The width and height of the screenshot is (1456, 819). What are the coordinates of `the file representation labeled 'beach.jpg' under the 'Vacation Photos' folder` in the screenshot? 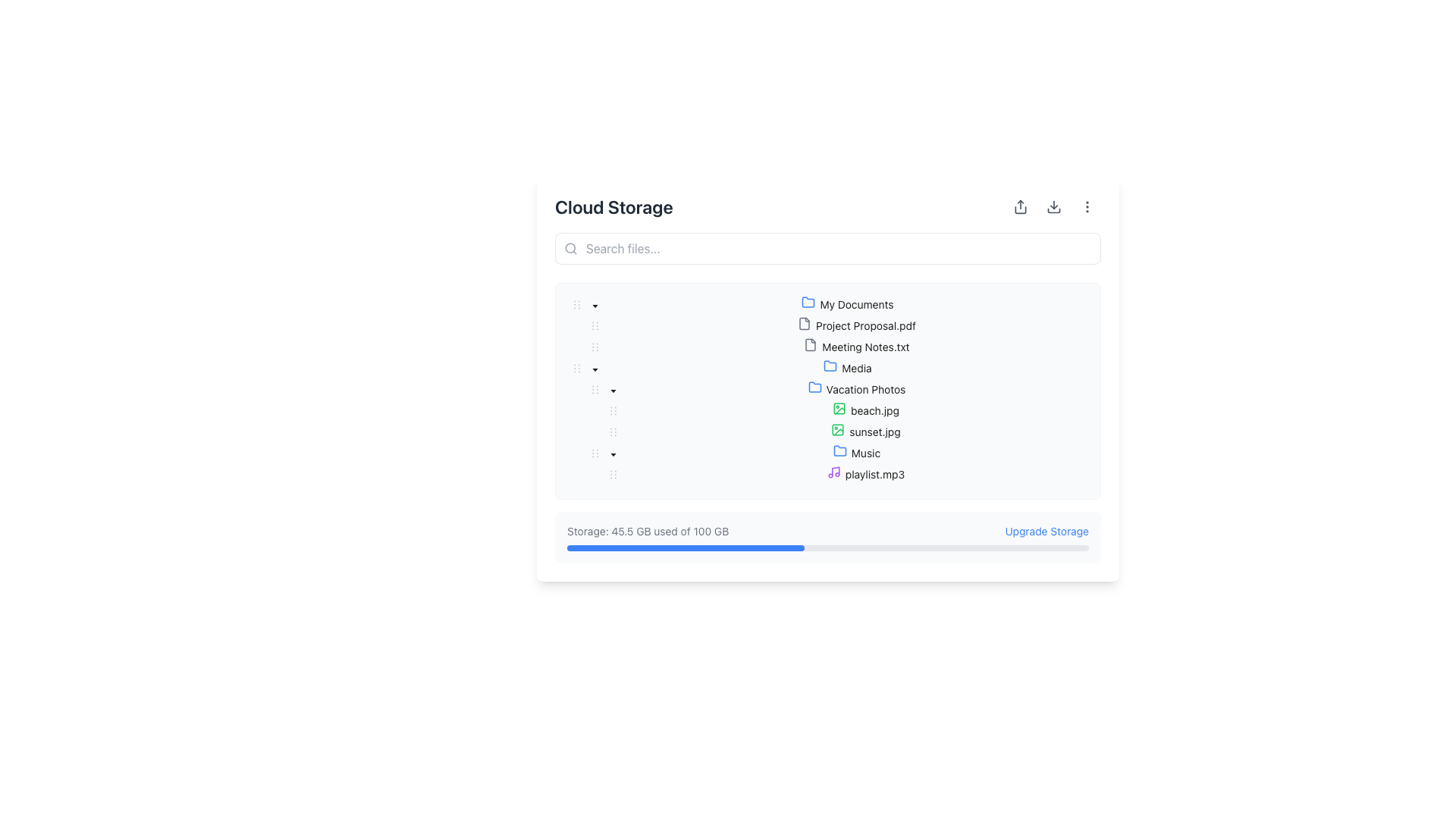 It's located at (866, 411).